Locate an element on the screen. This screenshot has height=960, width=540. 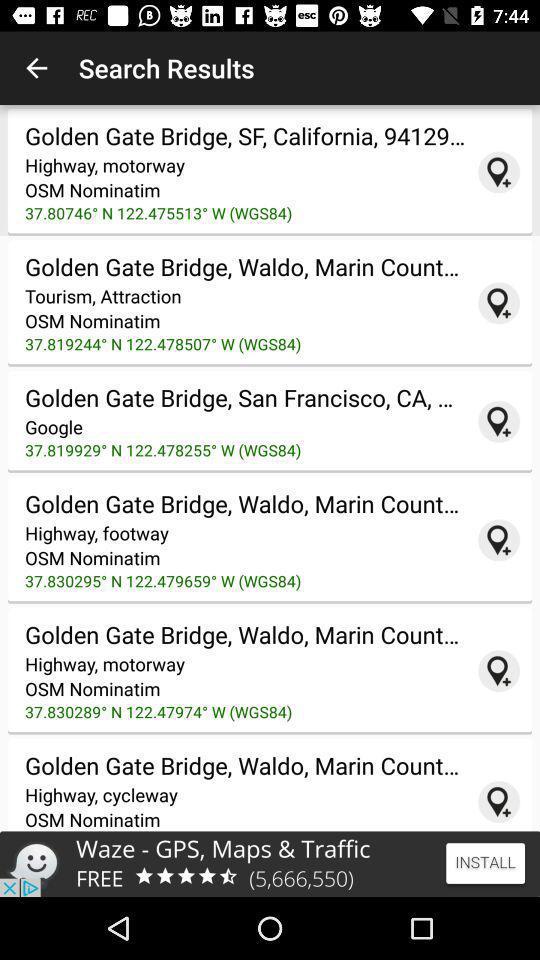
the location marker is located at coordinates (498, 539).